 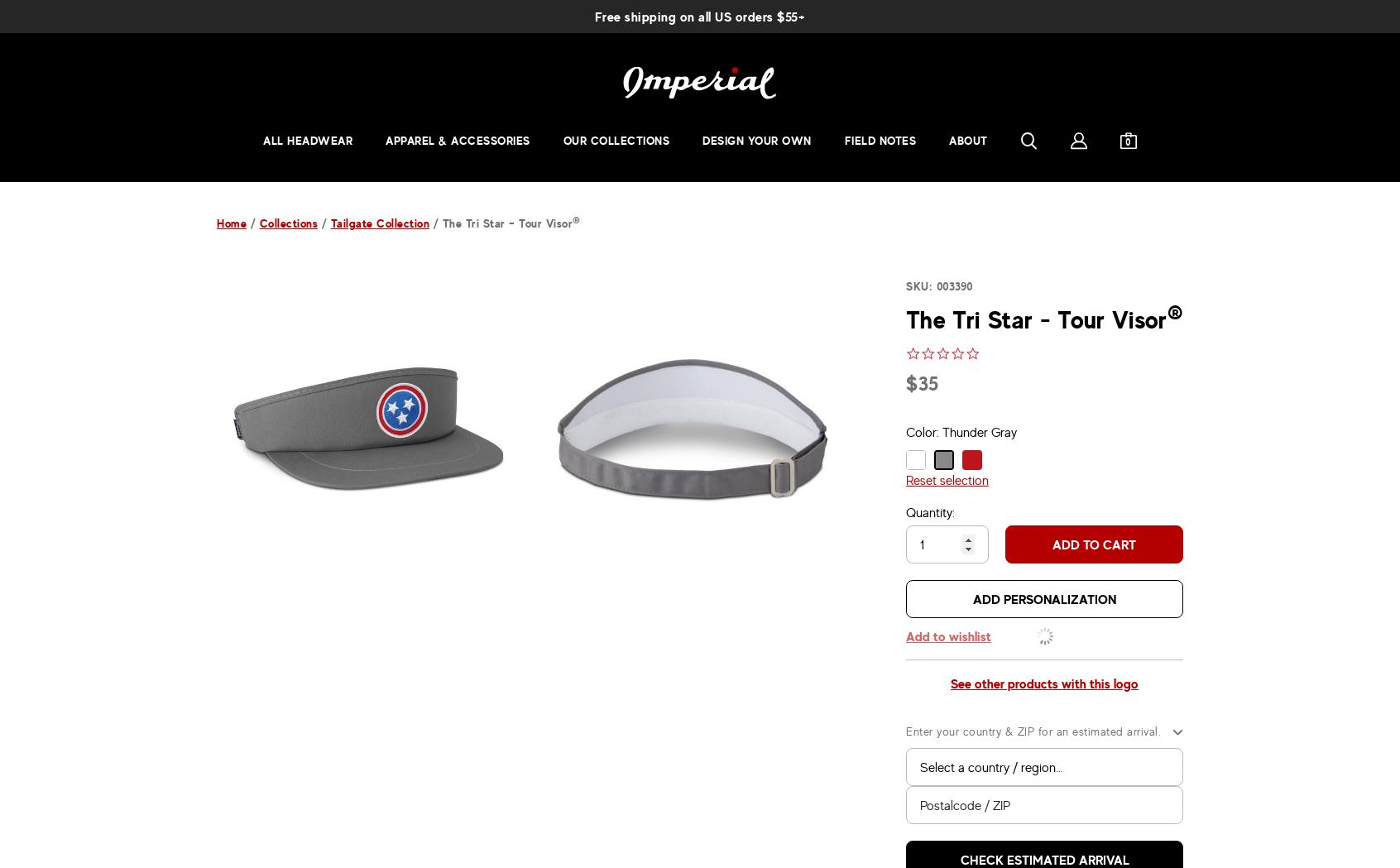 I want to click on 'All Headwear', so click(x=308, y=139).